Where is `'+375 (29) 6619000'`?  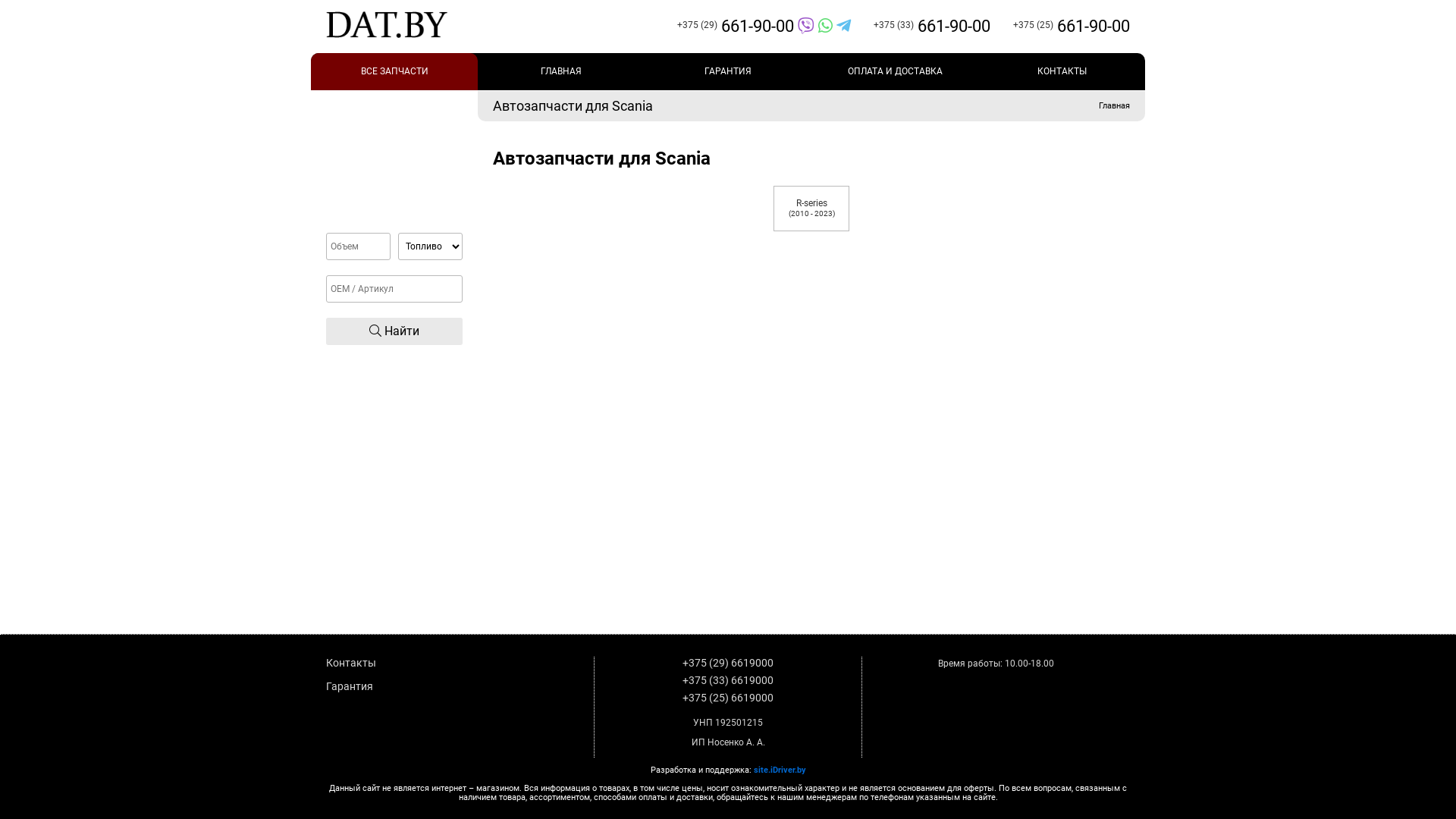 '+375 (29) 6619000' is located at coordinates (728, 662).